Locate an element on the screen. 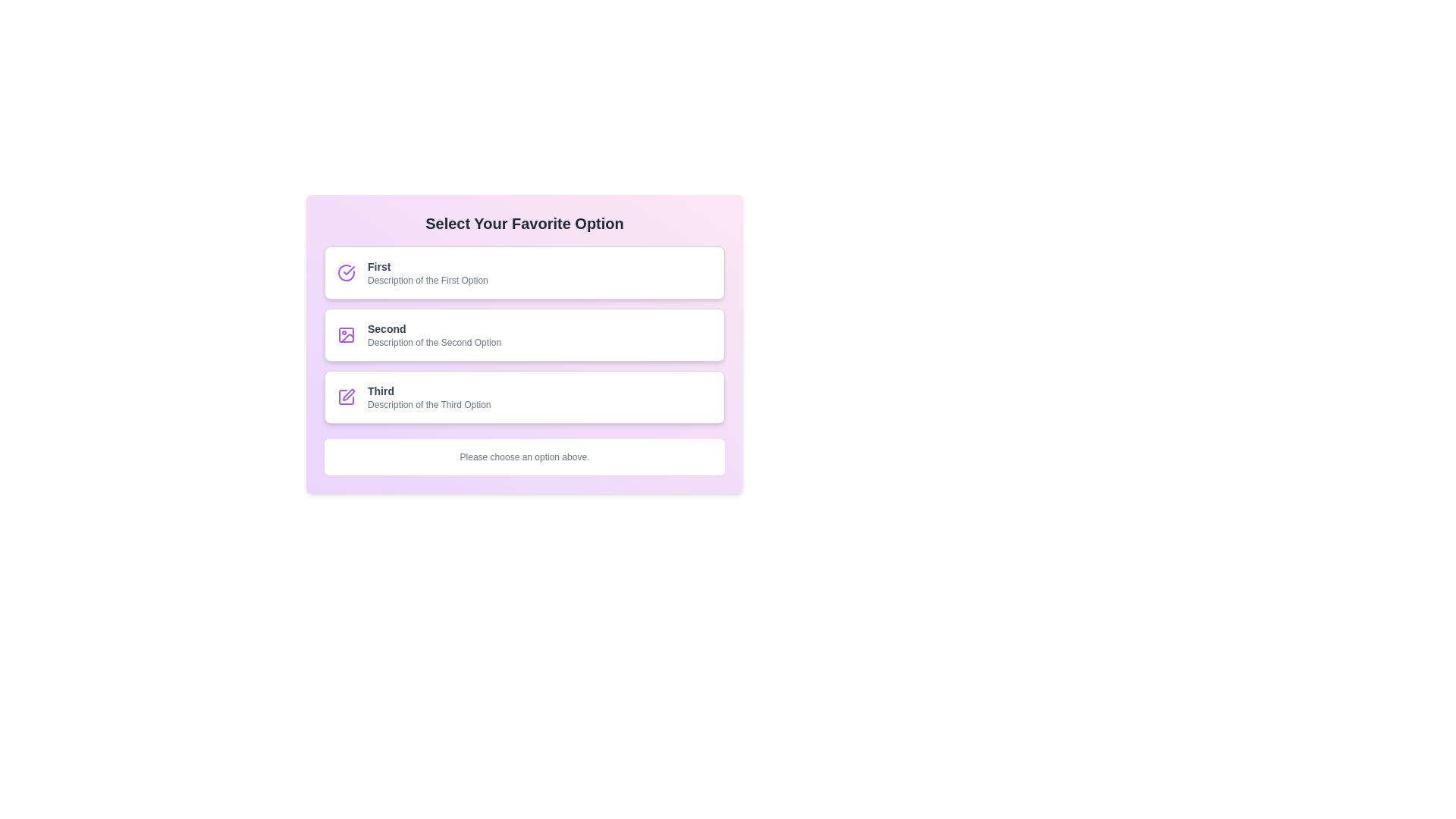  the icon located within the second option card labeled 'Second', positioned to the left of the text 'Second Description of the Second Option' is located at coordinates (345, 334).